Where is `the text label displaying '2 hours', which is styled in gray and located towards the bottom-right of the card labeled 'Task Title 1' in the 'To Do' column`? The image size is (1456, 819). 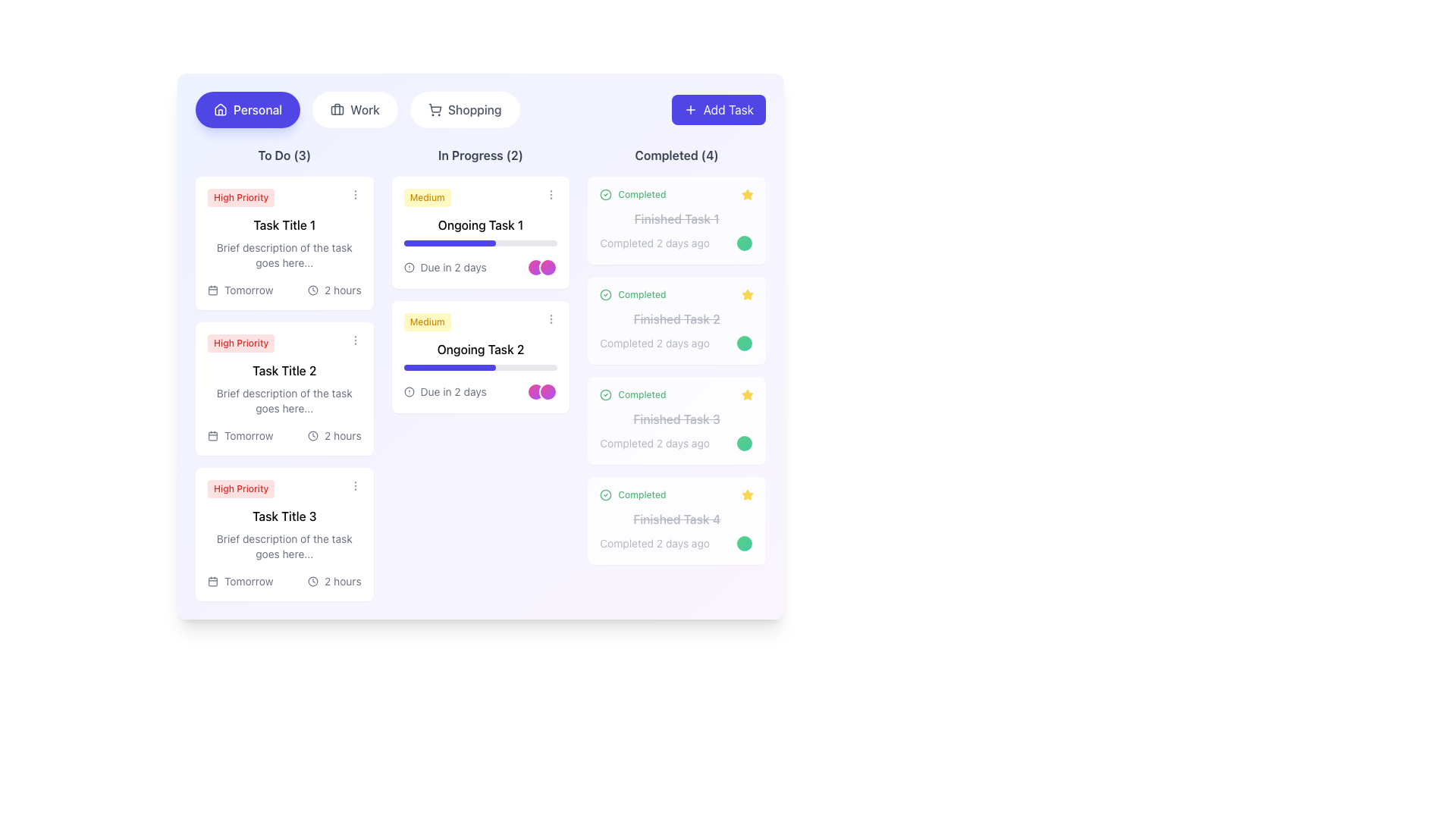 the text label displaying '2 hours', which is styled in gray and located towards the bottom-right of the card labeled 'Task Title 1' in the 'To Do' column is located at coordinates (342, 290).